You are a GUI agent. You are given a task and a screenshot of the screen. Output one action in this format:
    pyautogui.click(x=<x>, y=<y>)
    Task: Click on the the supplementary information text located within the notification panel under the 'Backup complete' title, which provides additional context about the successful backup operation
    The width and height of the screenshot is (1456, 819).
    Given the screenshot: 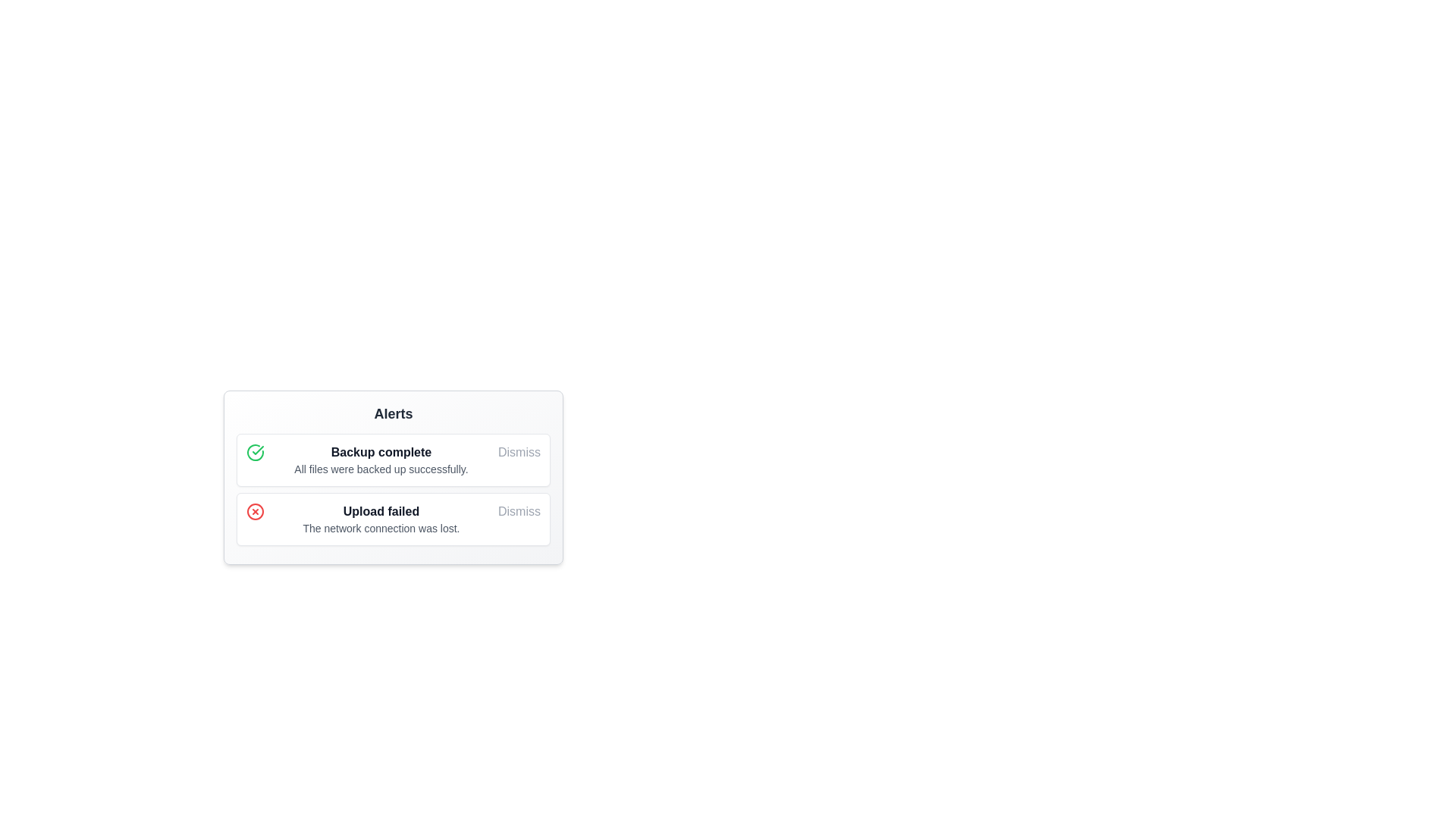 What is the action you would take?
    pyautogui.click(x=381, y=468)
    